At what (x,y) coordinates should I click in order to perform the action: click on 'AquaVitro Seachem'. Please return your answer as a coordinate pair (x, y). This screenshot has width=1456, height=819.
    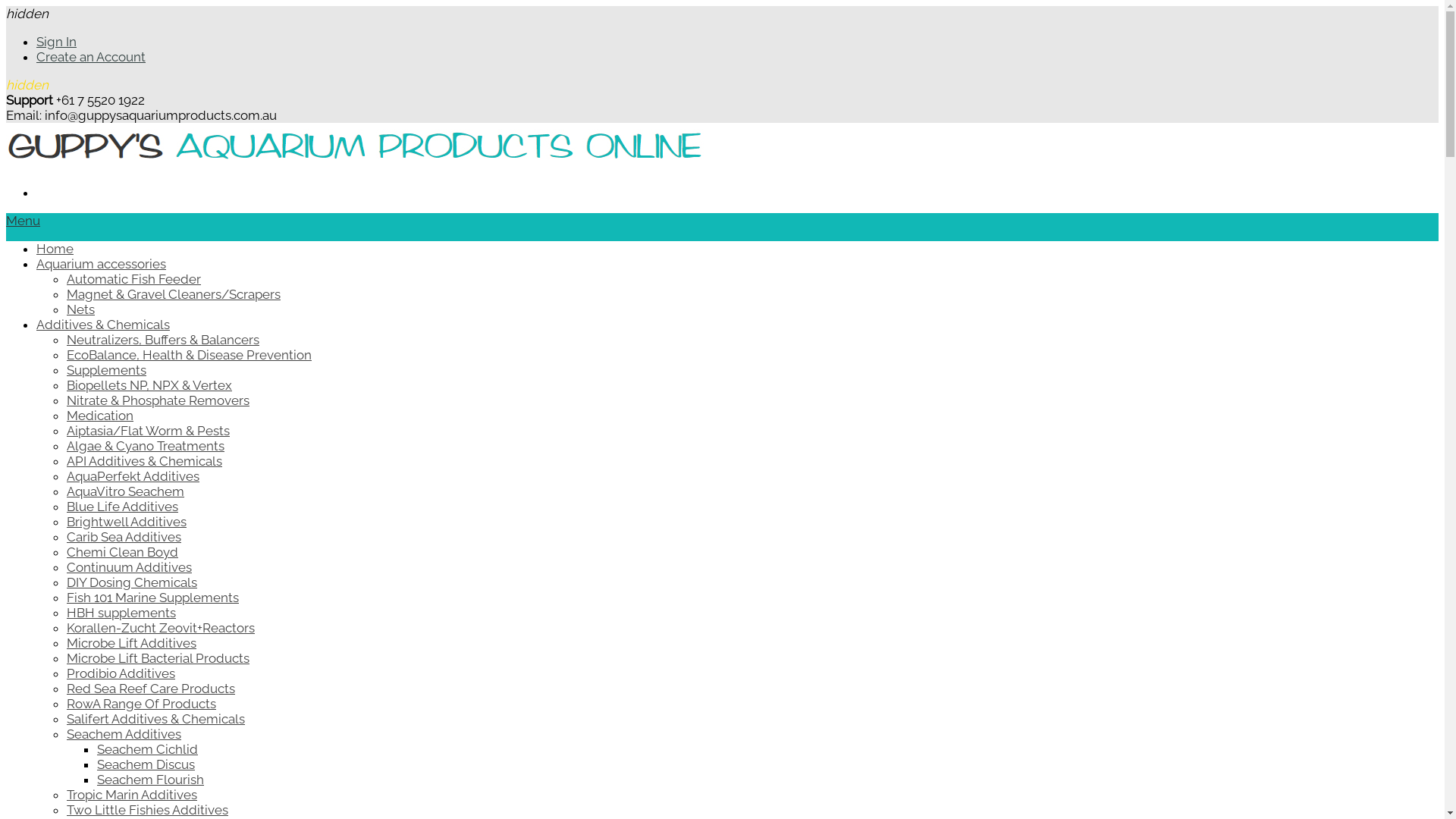
    Looking at the image, I should click on (65, 491).